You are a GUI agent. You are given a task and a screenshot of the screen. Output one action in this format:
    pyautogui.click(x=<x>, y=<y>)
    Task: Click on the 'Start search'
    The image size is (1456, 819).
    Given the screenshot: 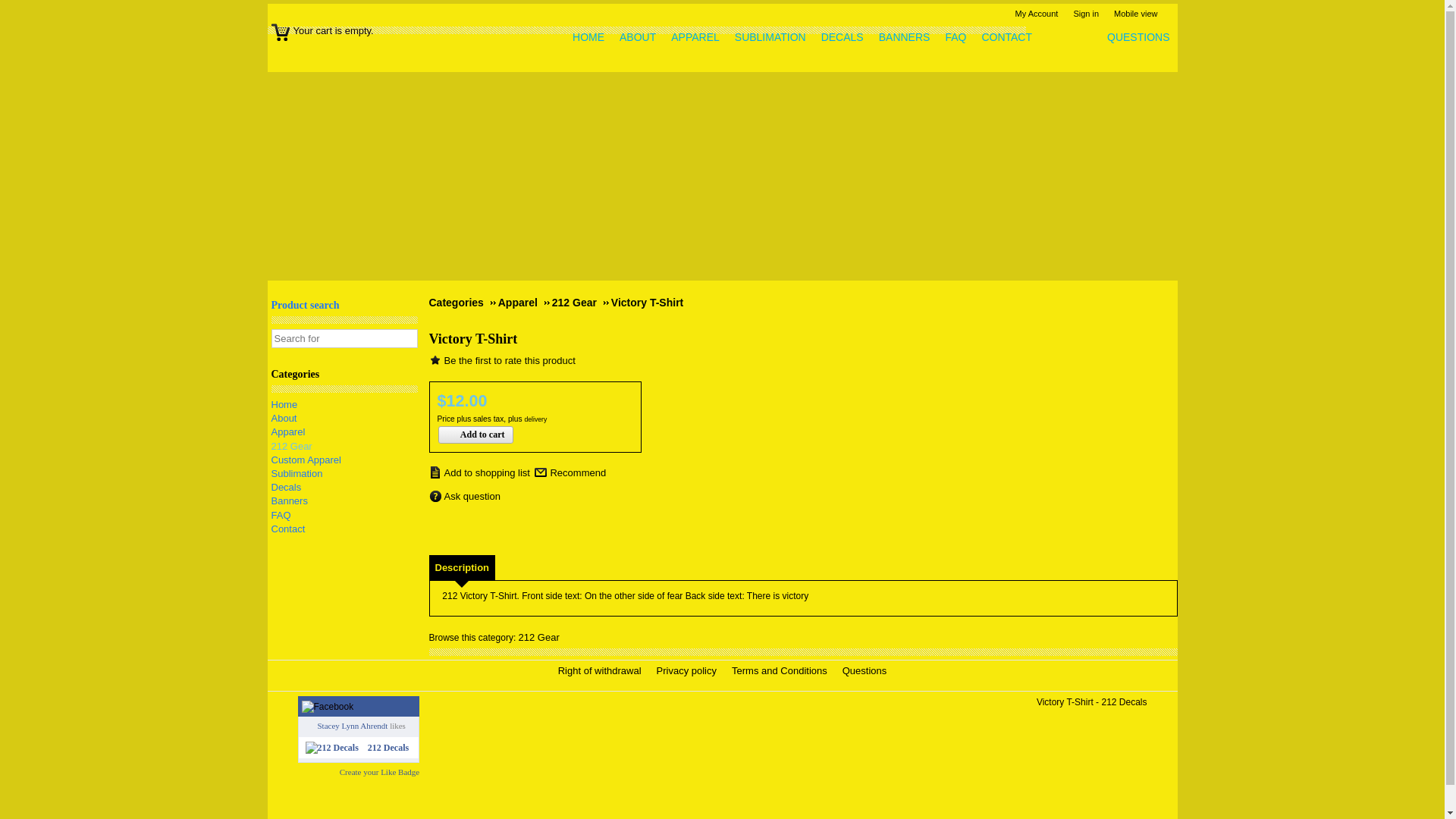 What is the action you would take?
    pyautogui.click(x=403, y=338)
    